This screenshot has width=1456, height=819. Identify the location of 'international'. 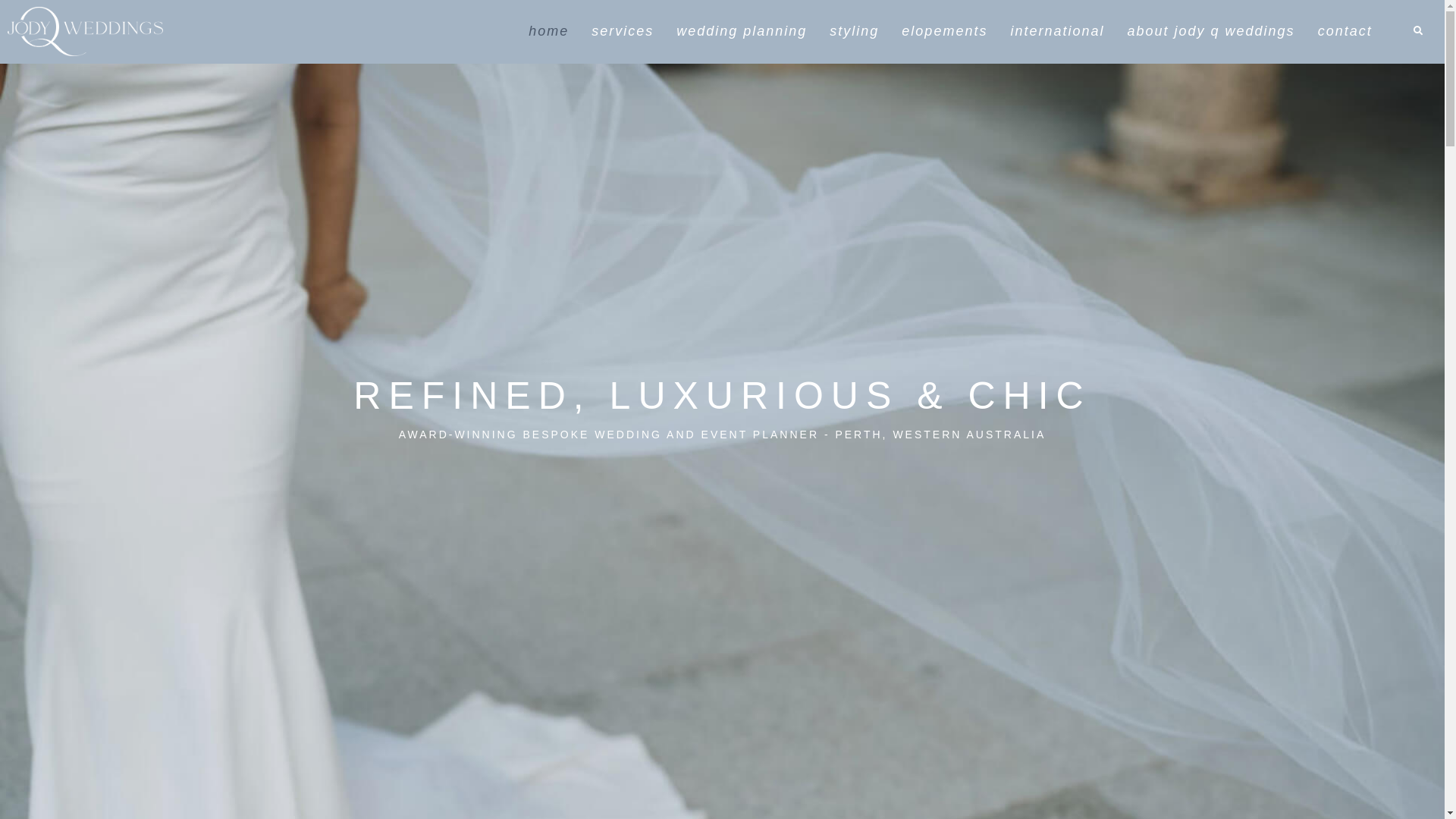
(1056, 31).